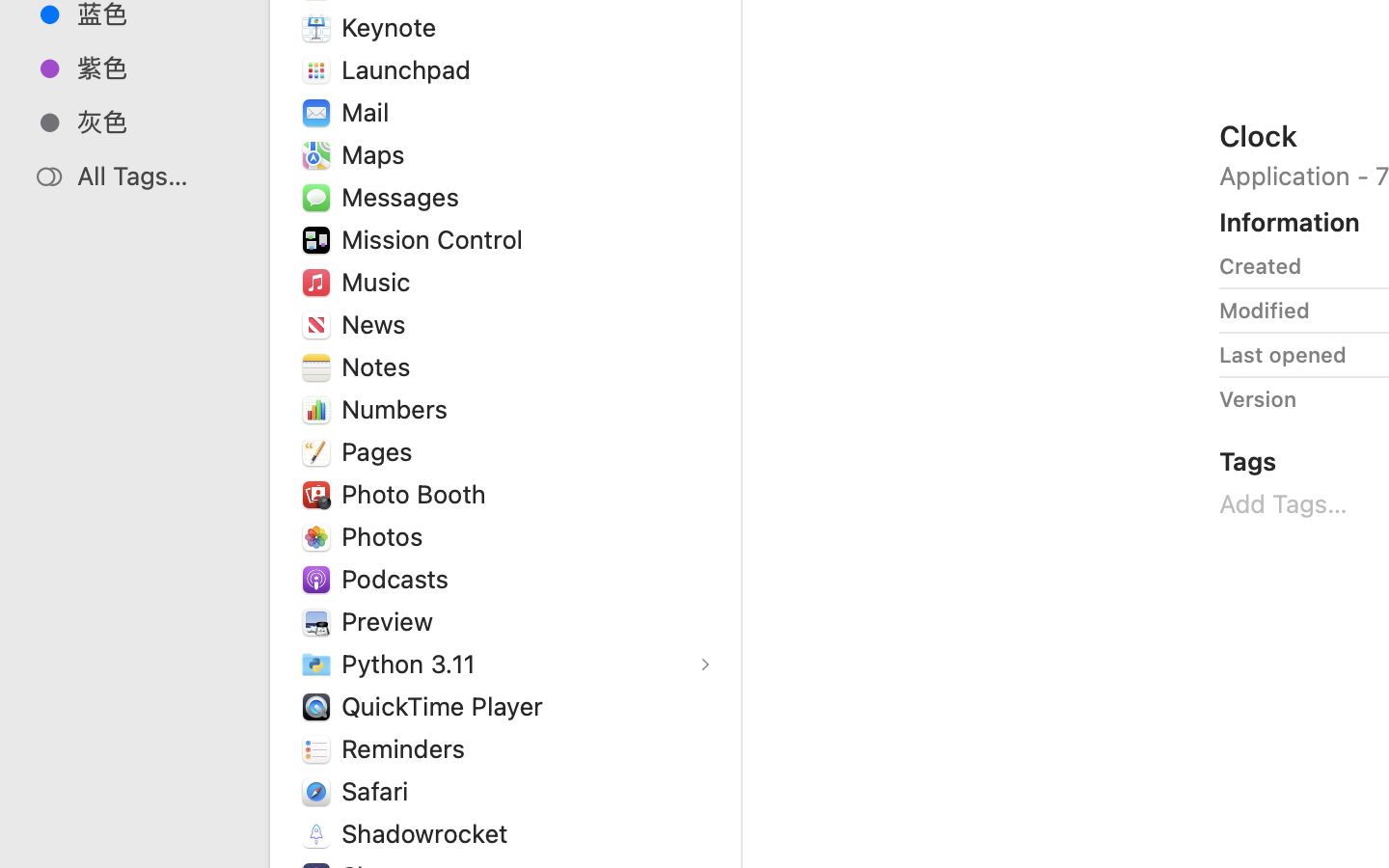  What do you see at coordinates (375, 154) in the screenshot?
I see `'Maps'` at bounding box center [375, 154].